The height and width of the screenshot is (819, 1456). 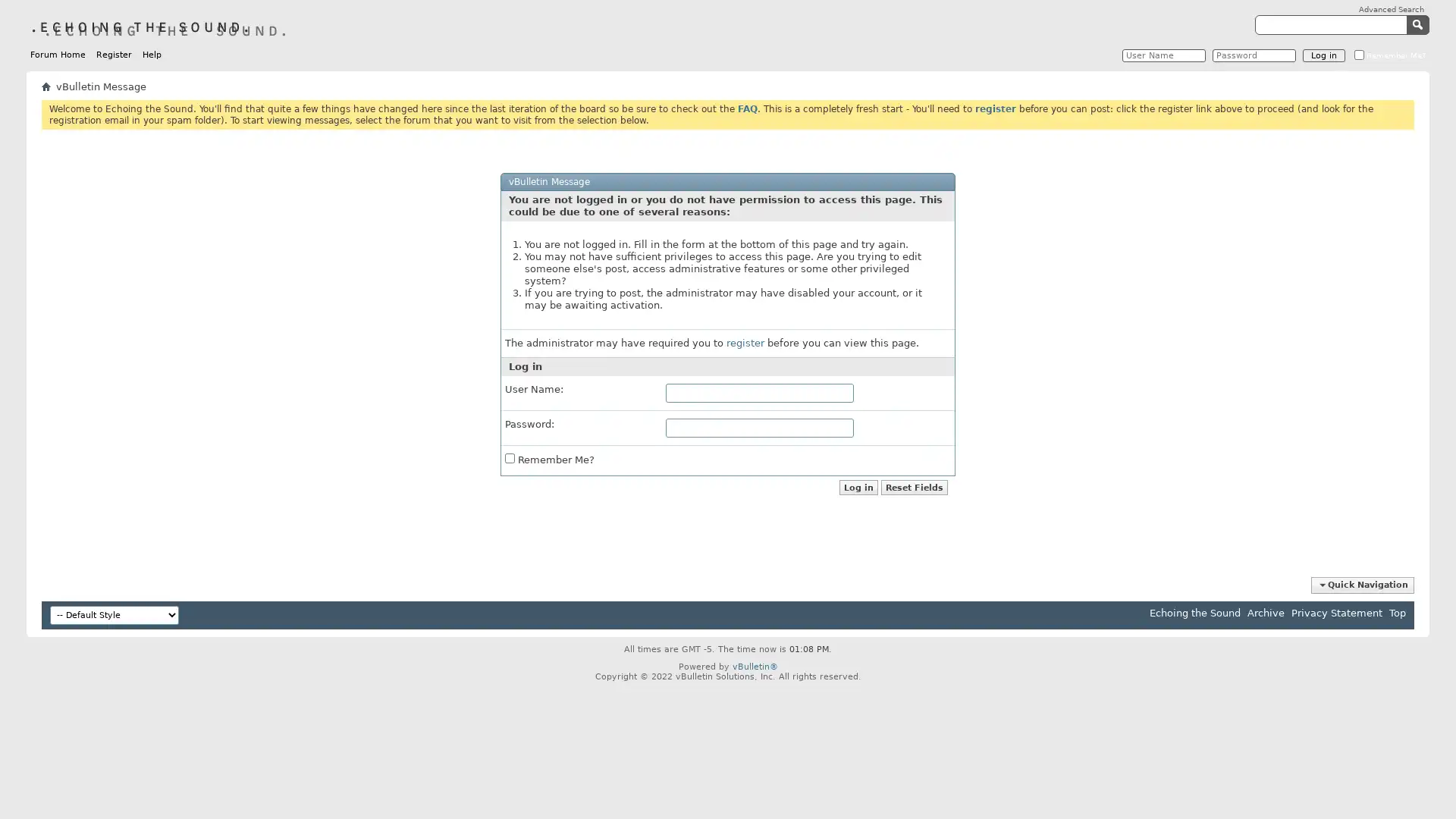 What do you see at coordinates (1419, 24) in the screenshot?
I see `Submit` at bounding box center [1419, 24].